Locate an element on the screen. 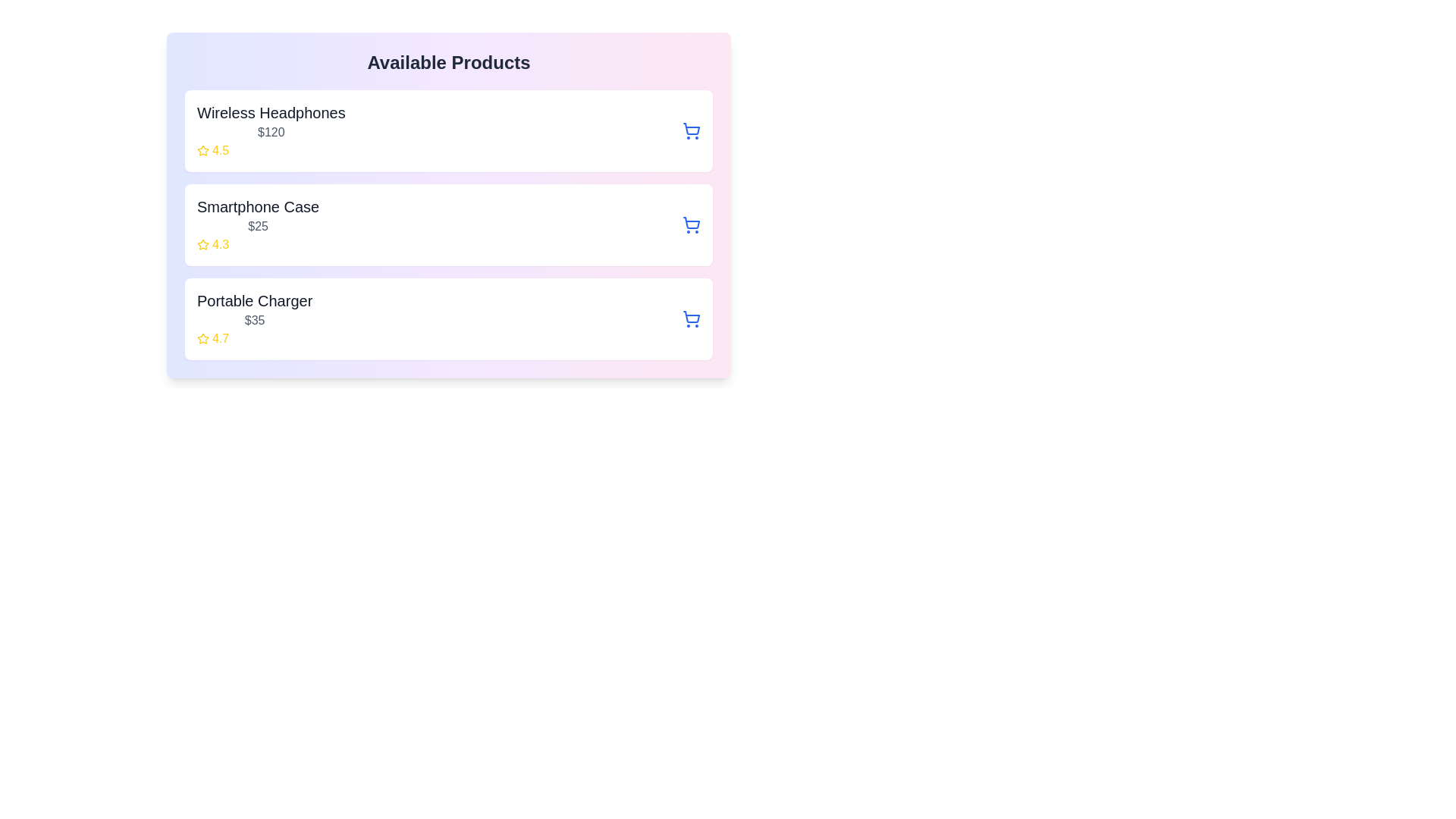  the product item Smartphone Case to view its hover effects is located at coordinates (447, 225).